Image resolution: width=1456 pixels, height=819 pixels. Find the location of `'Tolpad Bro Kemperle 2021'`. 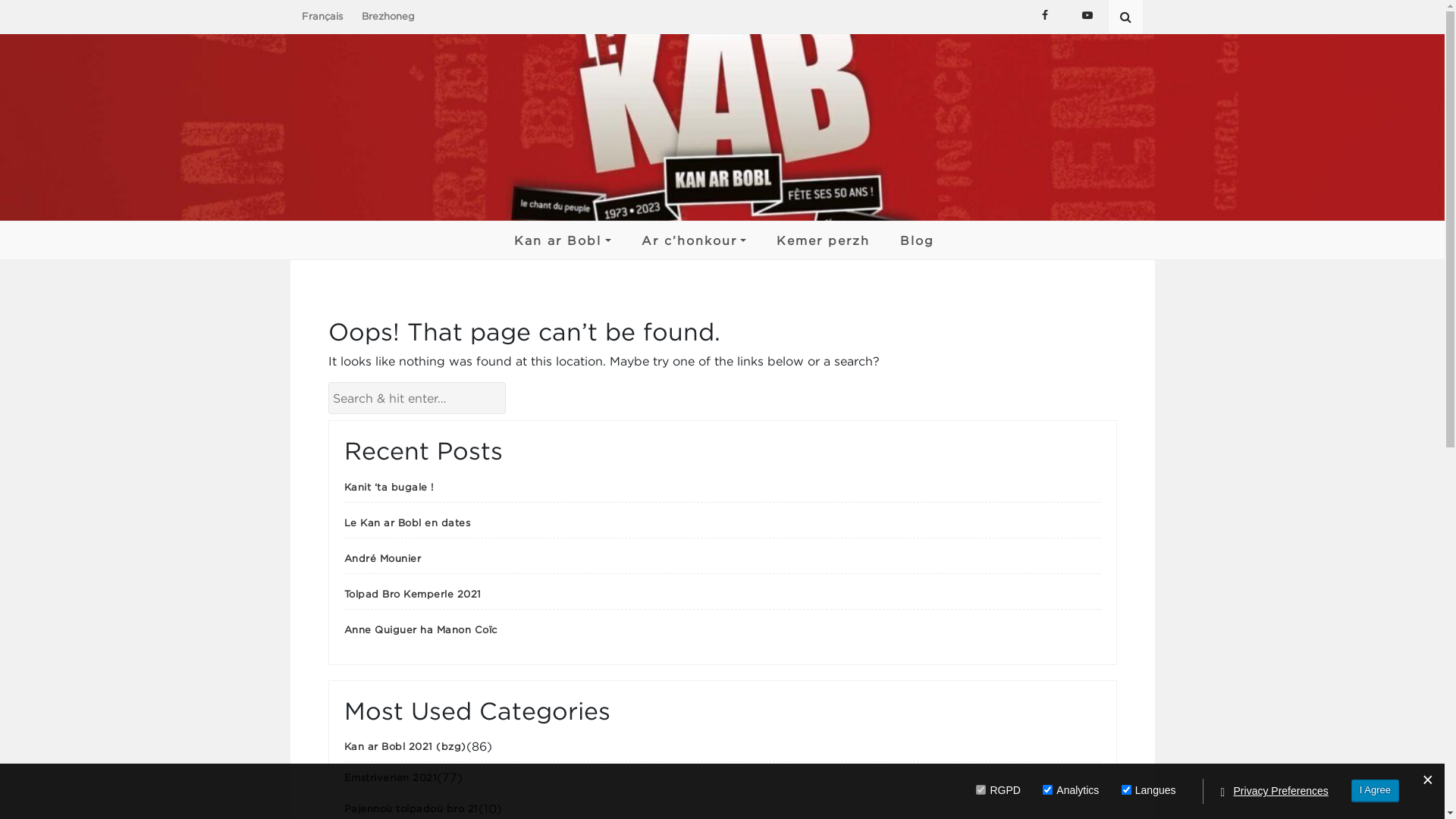

'Tolpad Bro Kemperle 2021' is located at coordinates (413, 593).